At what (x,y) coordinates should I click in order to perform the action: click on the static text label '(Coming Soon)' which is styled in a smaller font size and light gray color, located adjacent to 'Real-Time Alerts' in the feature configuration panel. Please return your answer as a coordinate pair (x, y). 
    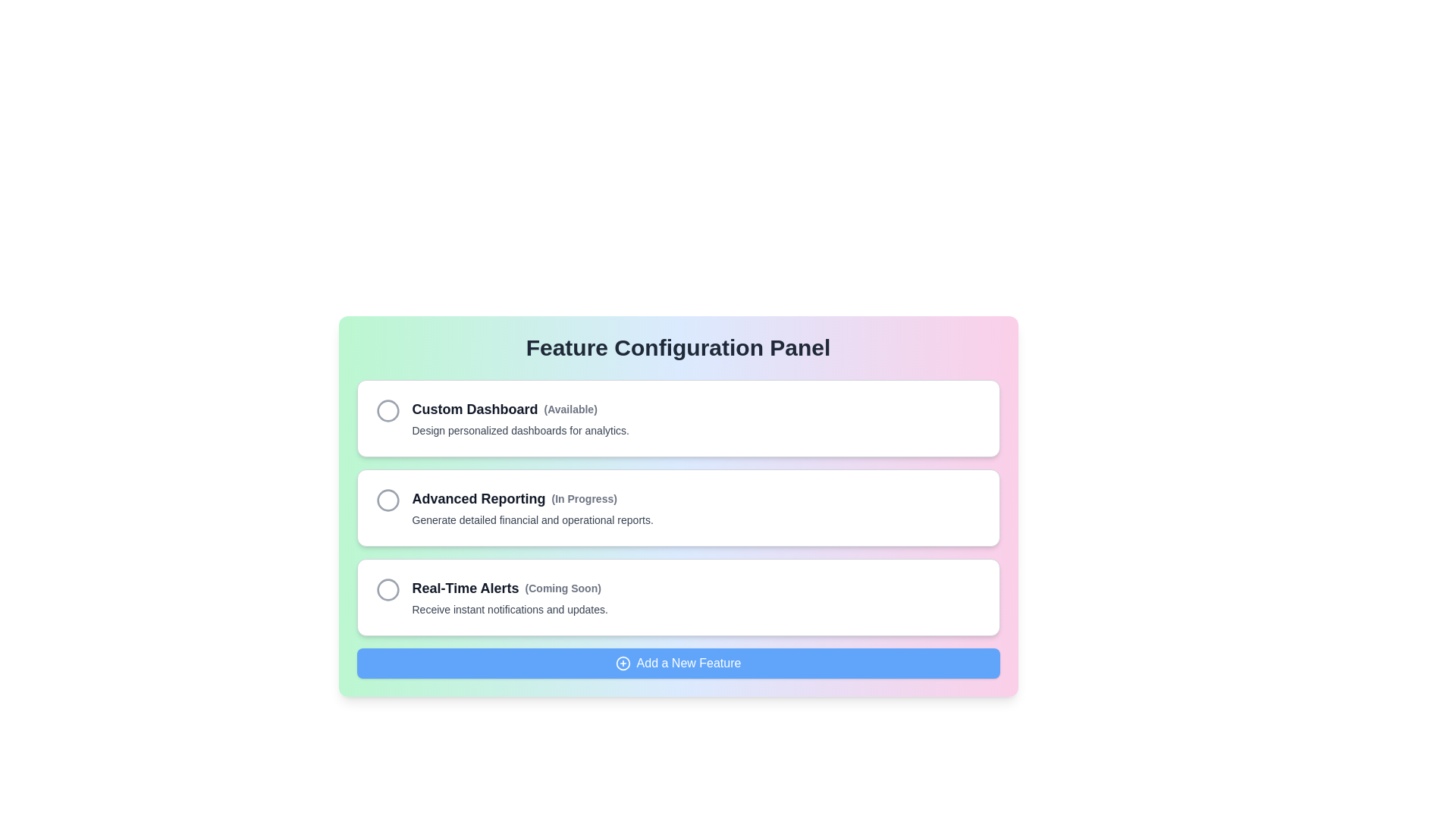
    Looking at the image, I should click on (562, 587).